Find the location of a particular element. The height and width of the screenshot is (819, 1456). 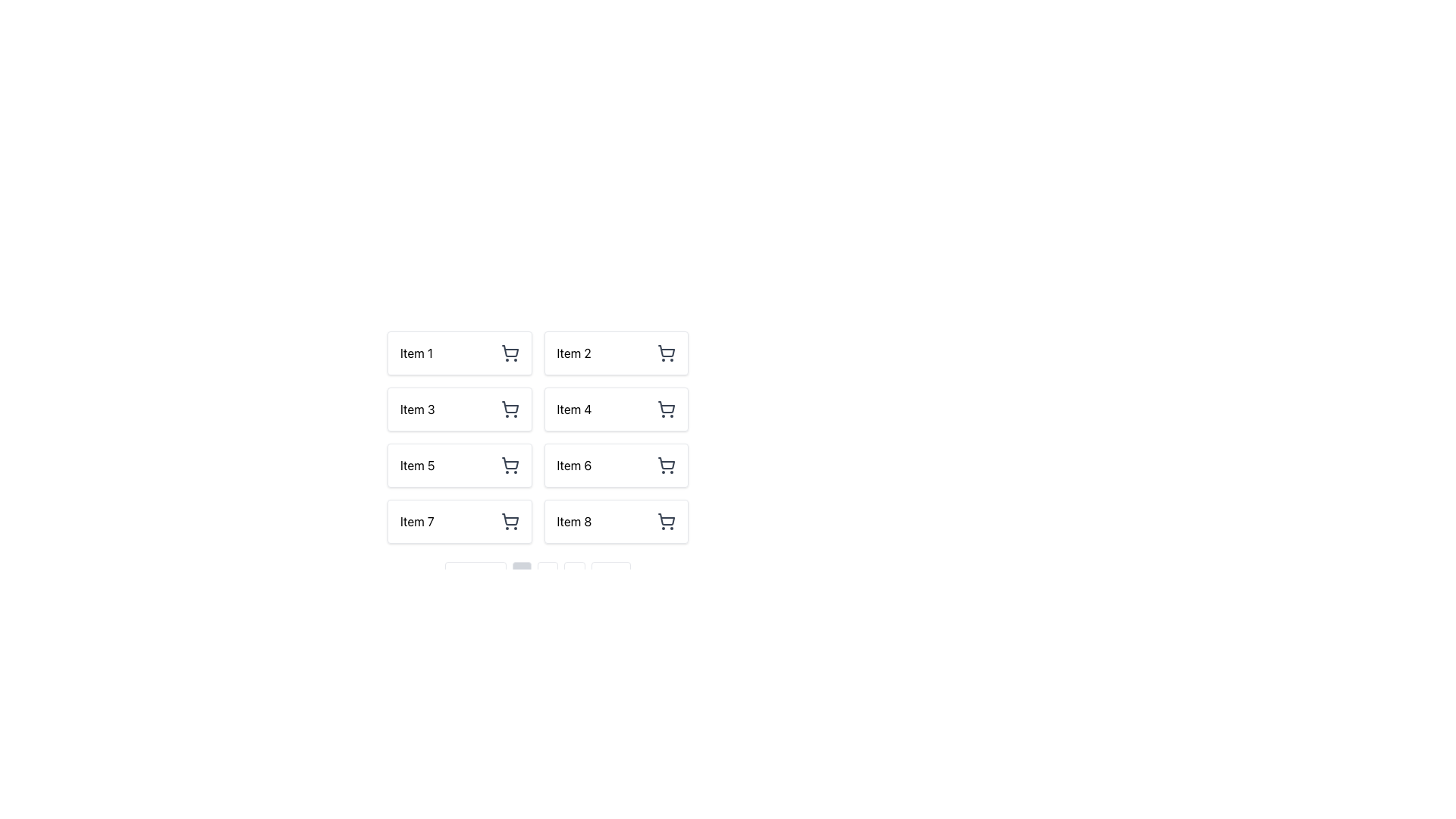

the page number in the Pagination control located directly beneath the grid of items labeled 'Item 1' to 'Item 8' is located at coordinates (538, 578).